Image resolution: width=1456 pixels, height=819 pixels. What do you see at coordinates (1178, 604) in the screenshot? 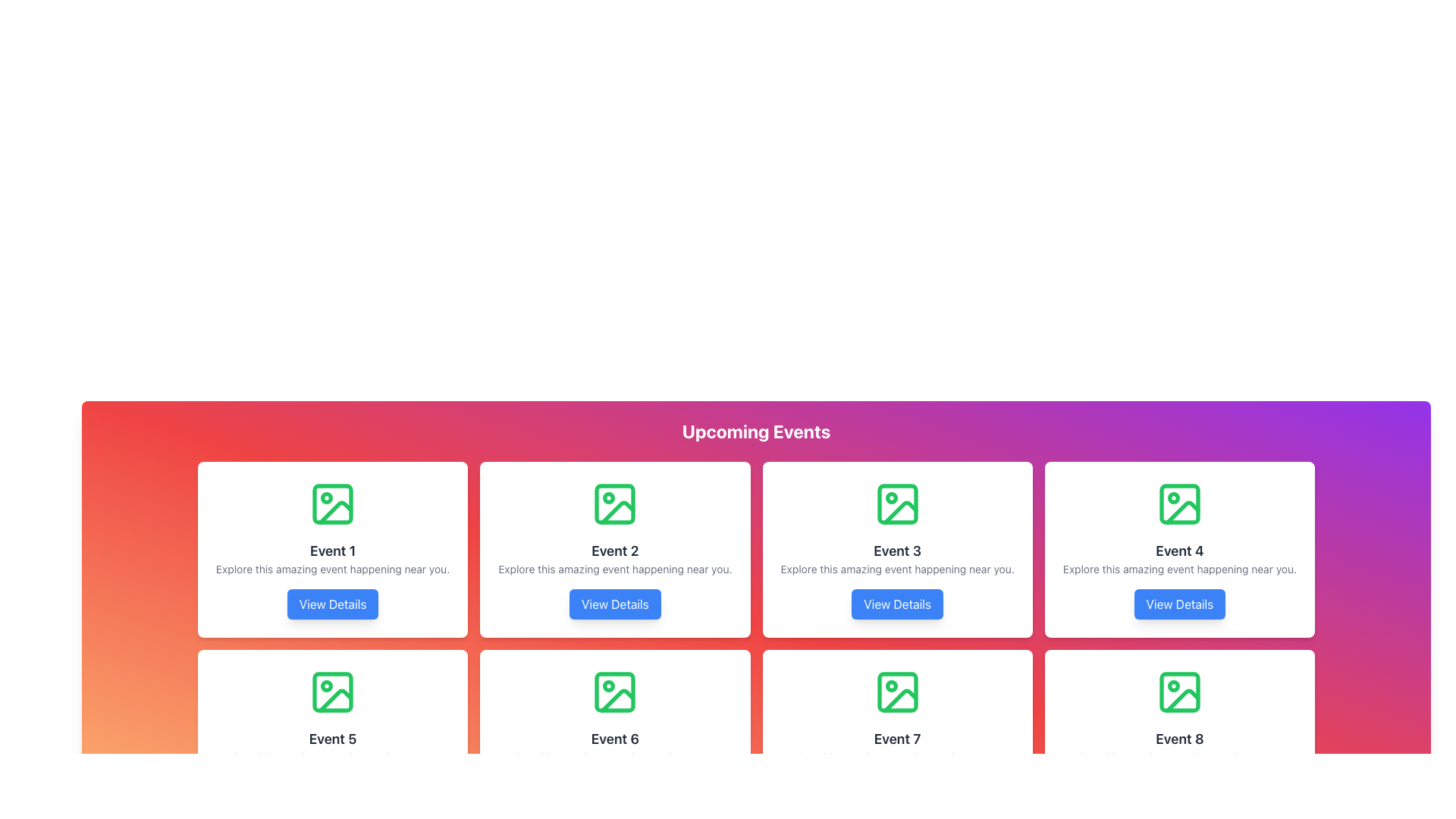
I see `the 'View Details' button with a blue background and white text, located in the fourth card of the event grid` at bounding box center [1178, 604].